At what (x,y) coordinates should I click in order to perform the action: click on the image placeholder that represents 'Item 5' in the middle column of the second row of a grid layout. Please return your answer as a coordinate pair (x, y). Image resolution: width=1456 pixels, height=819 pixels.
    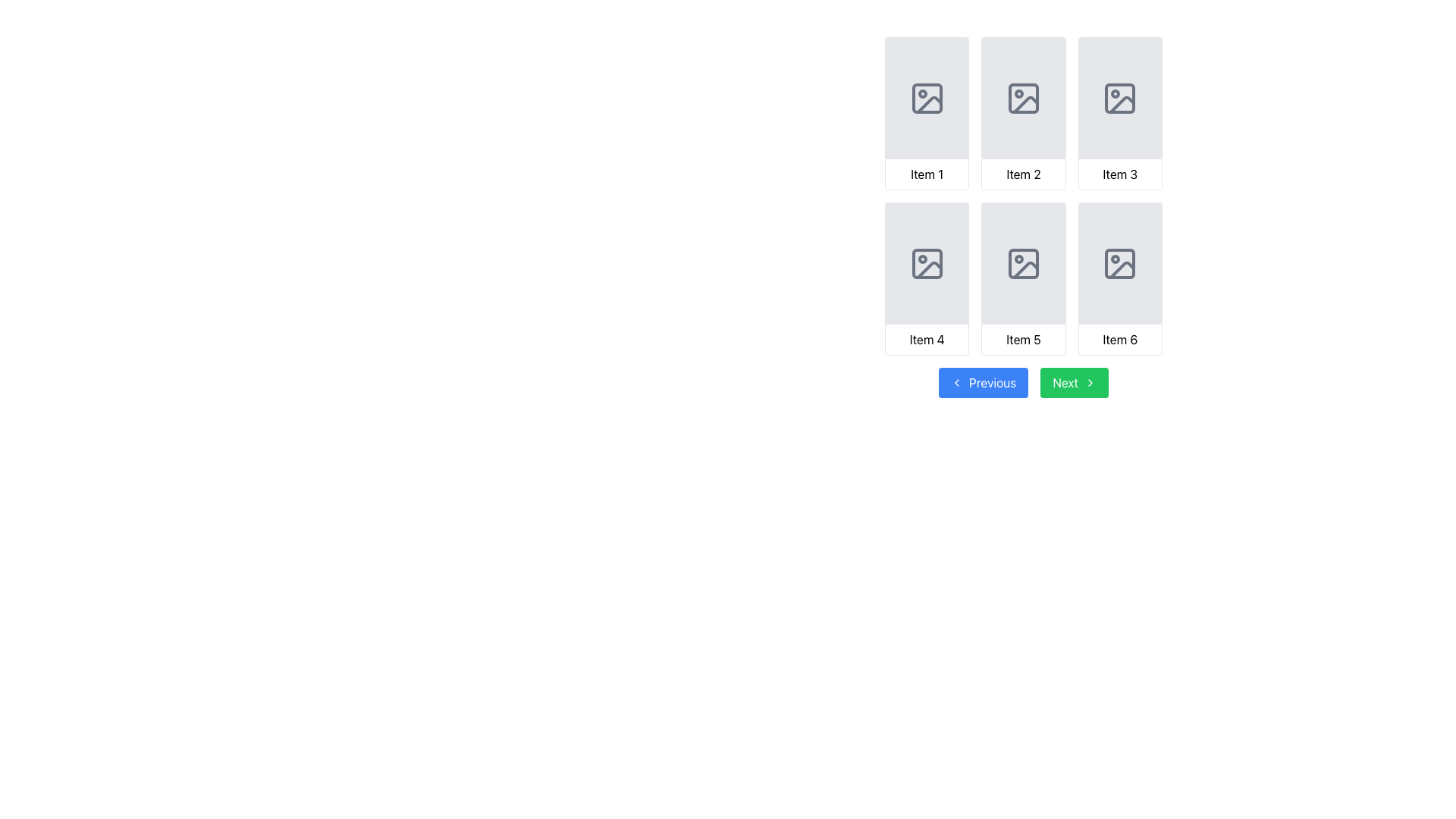
    Looking at the image, I should click on (1023, 262).